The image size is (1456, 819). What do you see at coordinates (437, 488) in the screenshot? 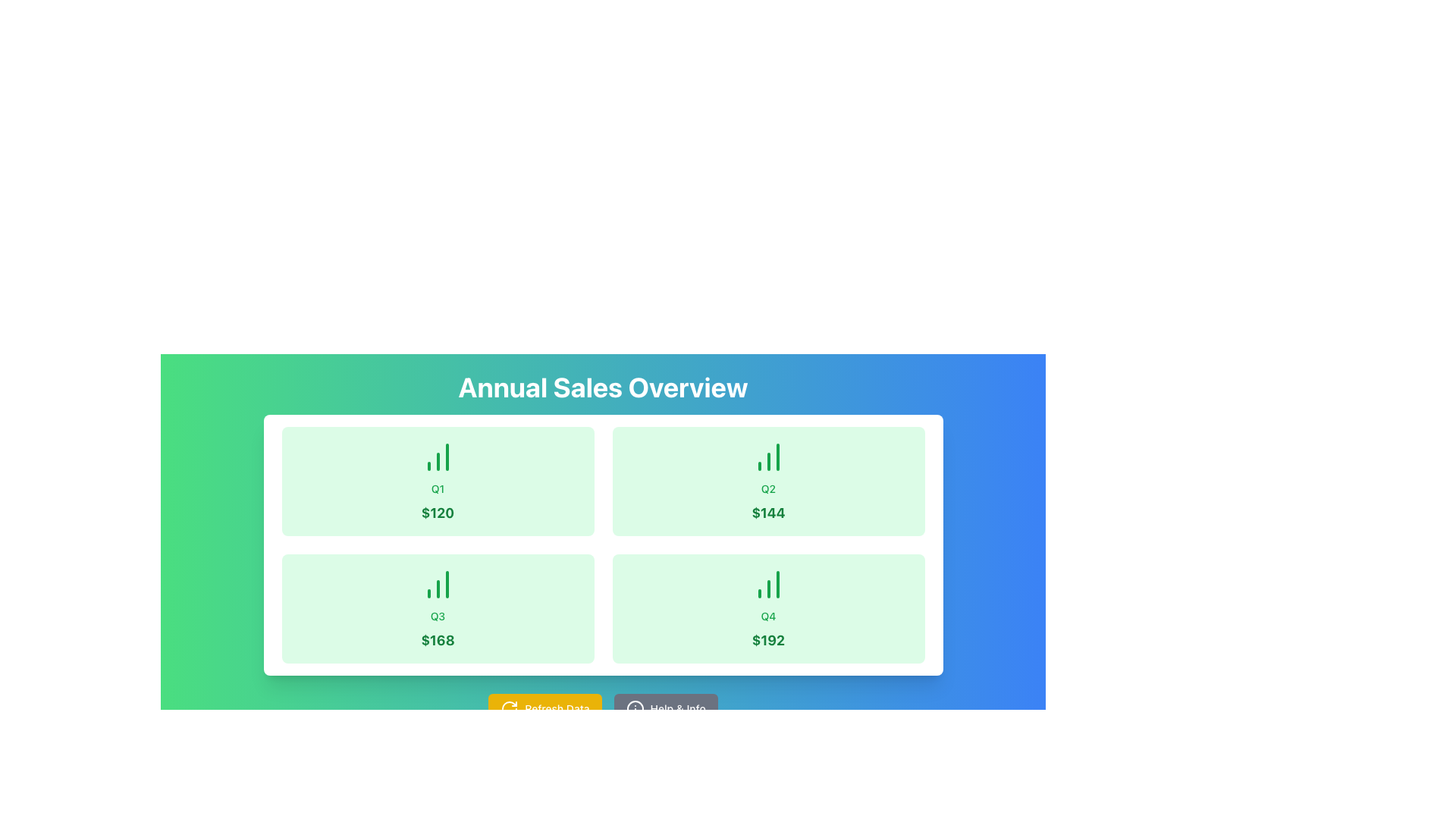
I see `text label indicating the quarter, 'Q1', positioned above the numerical value '$120' in the upper-left card of the 2x2 grid layout` at bounding box center [437, 488].